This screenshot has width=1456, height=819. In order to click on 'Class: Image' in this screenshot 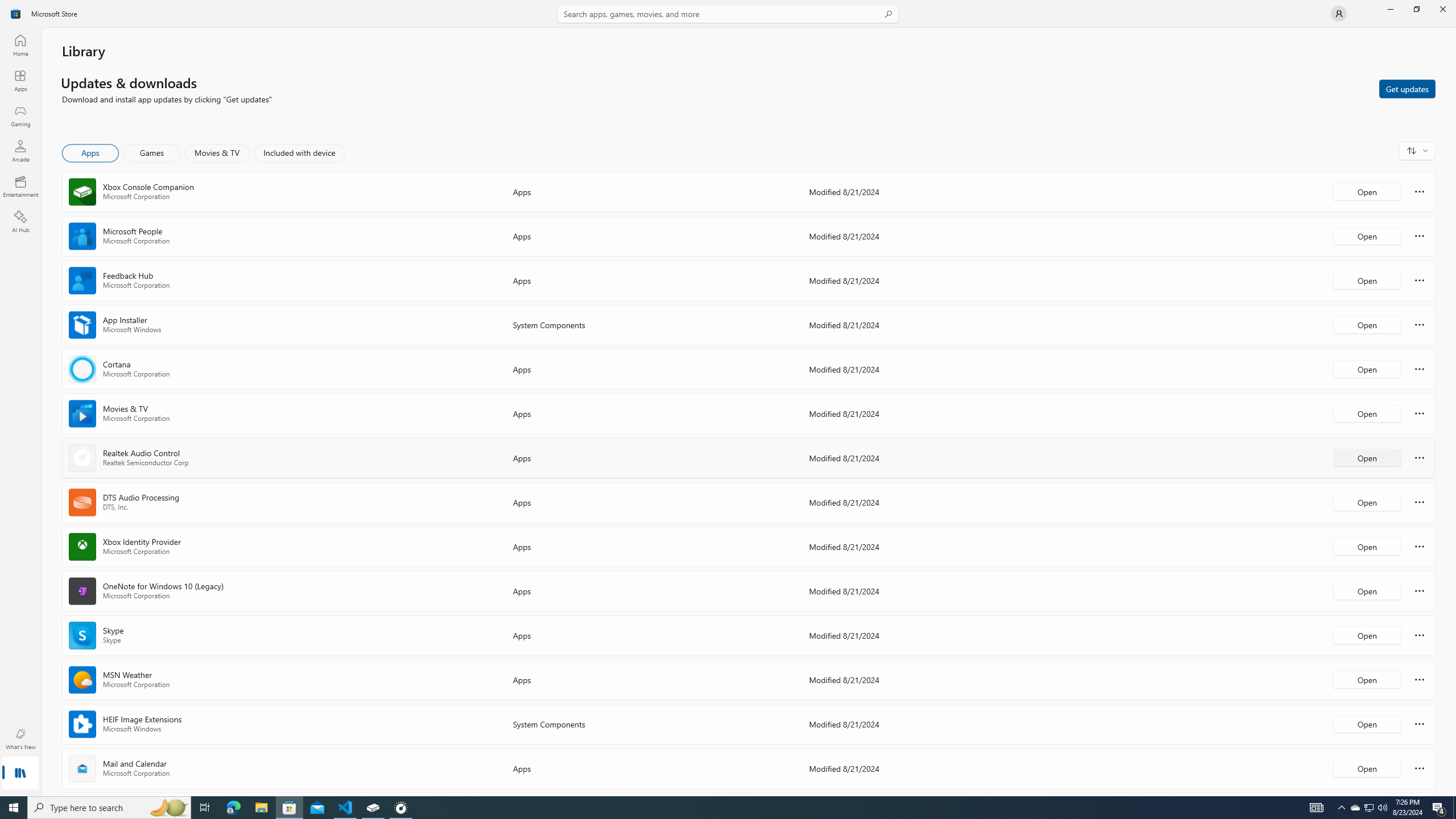, I will do `click(16, 13)`.